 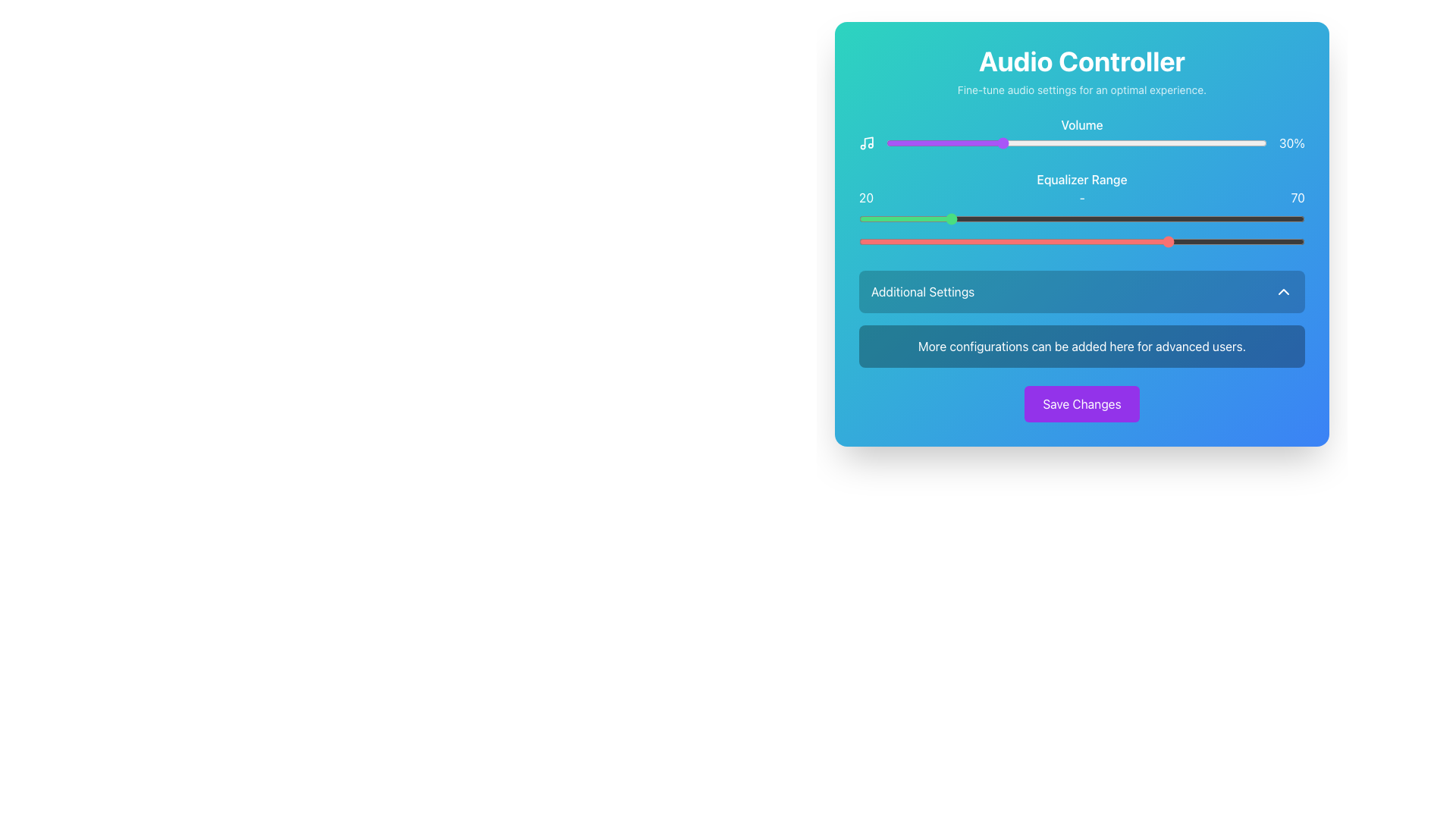 What do you see at coordinates (1023, 143) in the screenshot?
I see `the volume slider` at bounding box center [1023, 143].